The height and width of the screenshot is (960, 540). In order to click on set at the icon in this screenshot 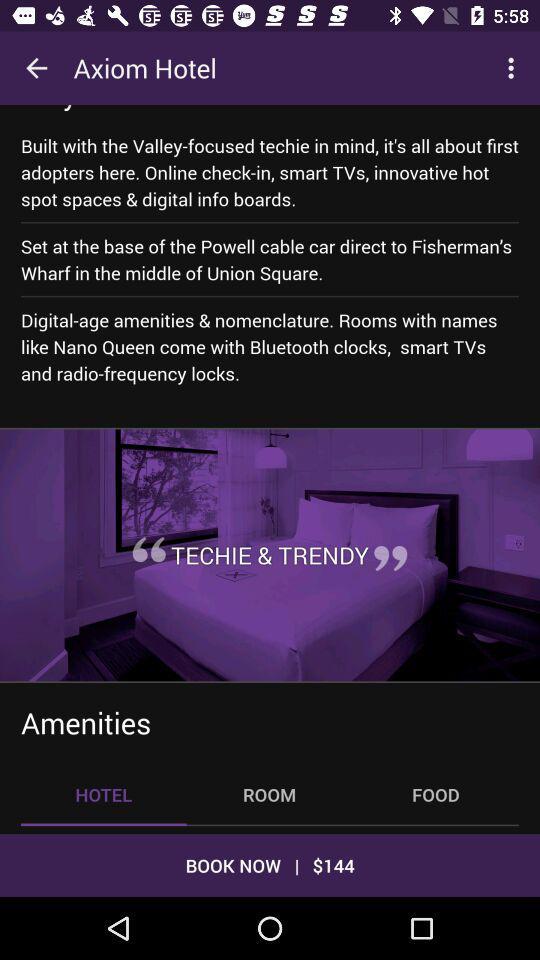, I will do `click(270, 258)`.